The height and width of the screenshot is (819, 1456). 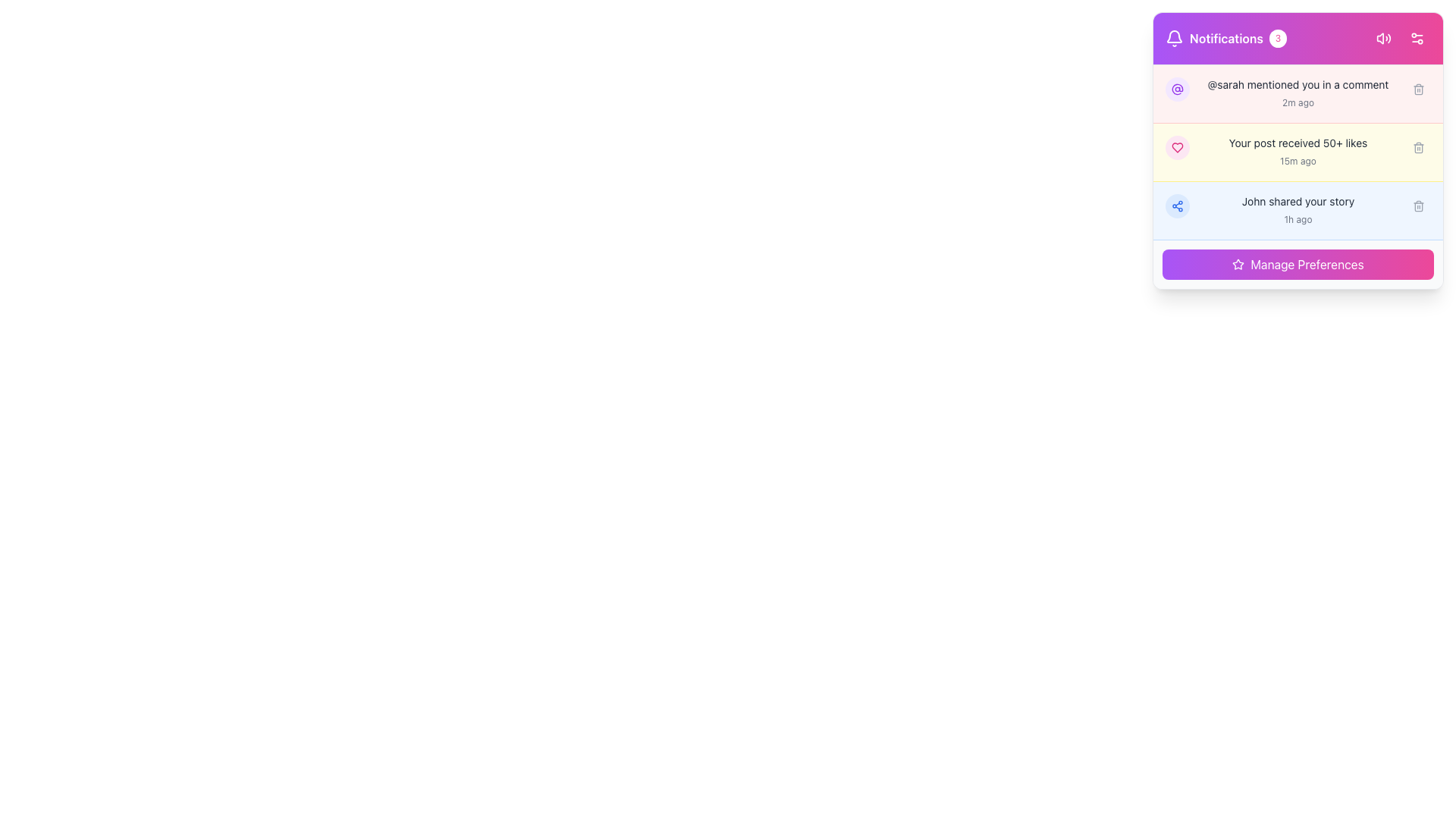 What do you see at coordinates (1277, 37) in the screenshot?
I see `the small, rounded badge displaying the number '3' with a white background and pink text, located at the far-right side of the title bar in the 'Notifications' section, adjacent to the 'Notifications' label` at bounding box center [1277, 37].